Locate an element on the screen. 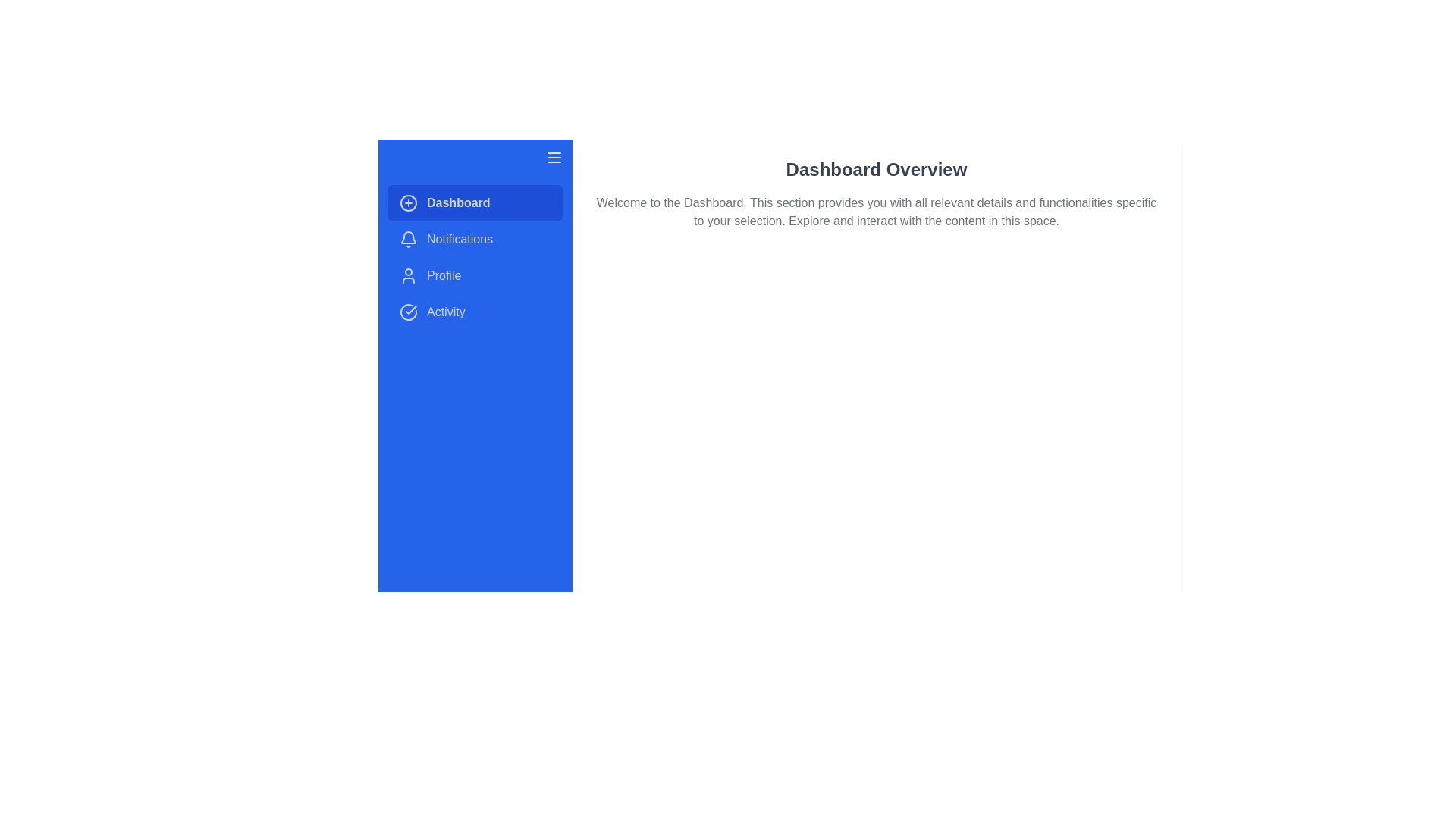 The width and height of the screenshot is (1456, 819). the menu item Dashboard by clicking on it is located at coordinates (475, 202).